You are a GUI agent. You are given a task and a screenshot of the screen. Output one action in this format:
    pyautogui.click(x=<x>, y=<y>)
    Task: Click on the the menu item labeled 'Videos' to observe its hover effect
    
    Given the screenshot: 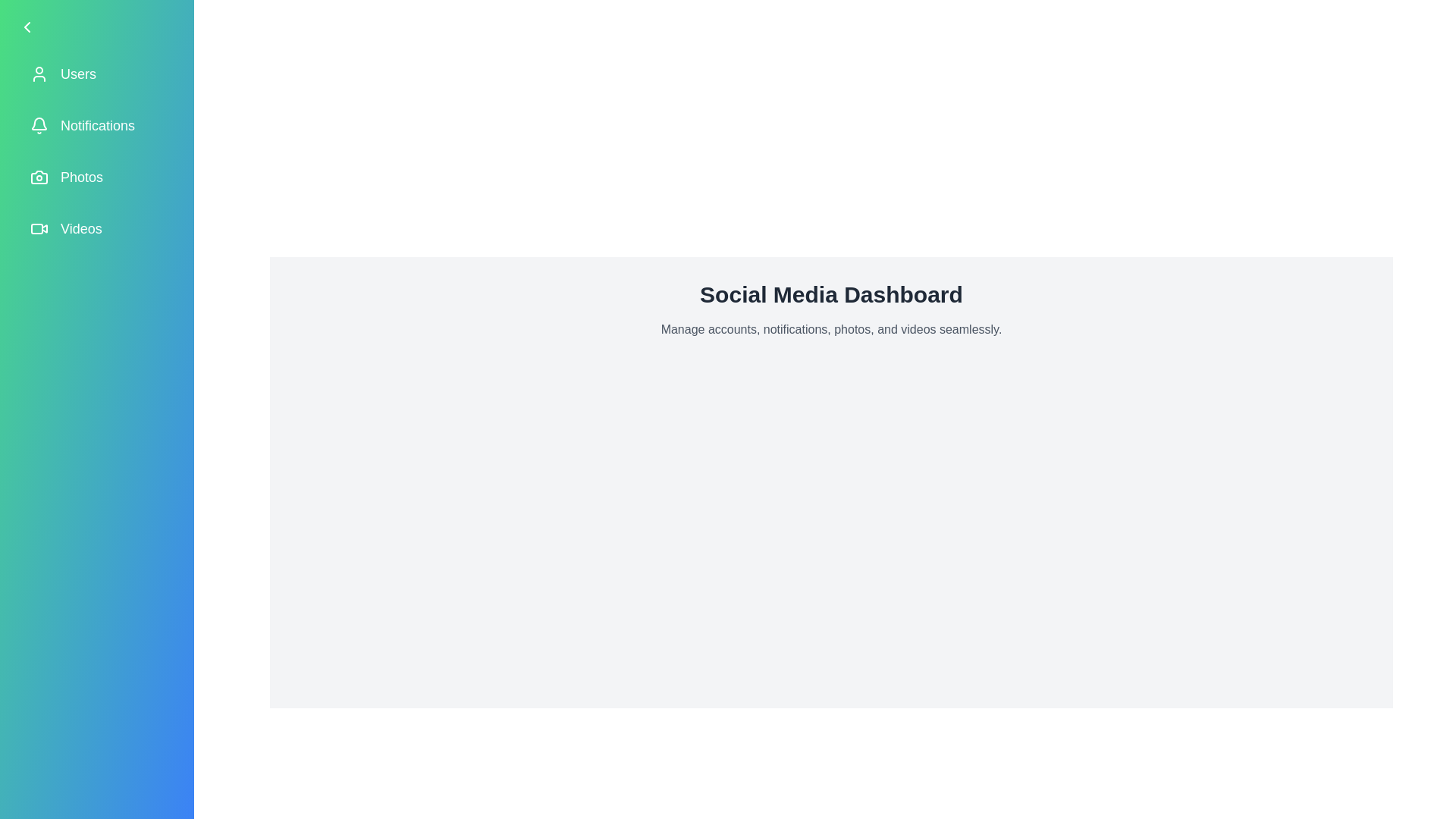 What is the action you would take?
    pyautogui.click(x=96, y=228)
    